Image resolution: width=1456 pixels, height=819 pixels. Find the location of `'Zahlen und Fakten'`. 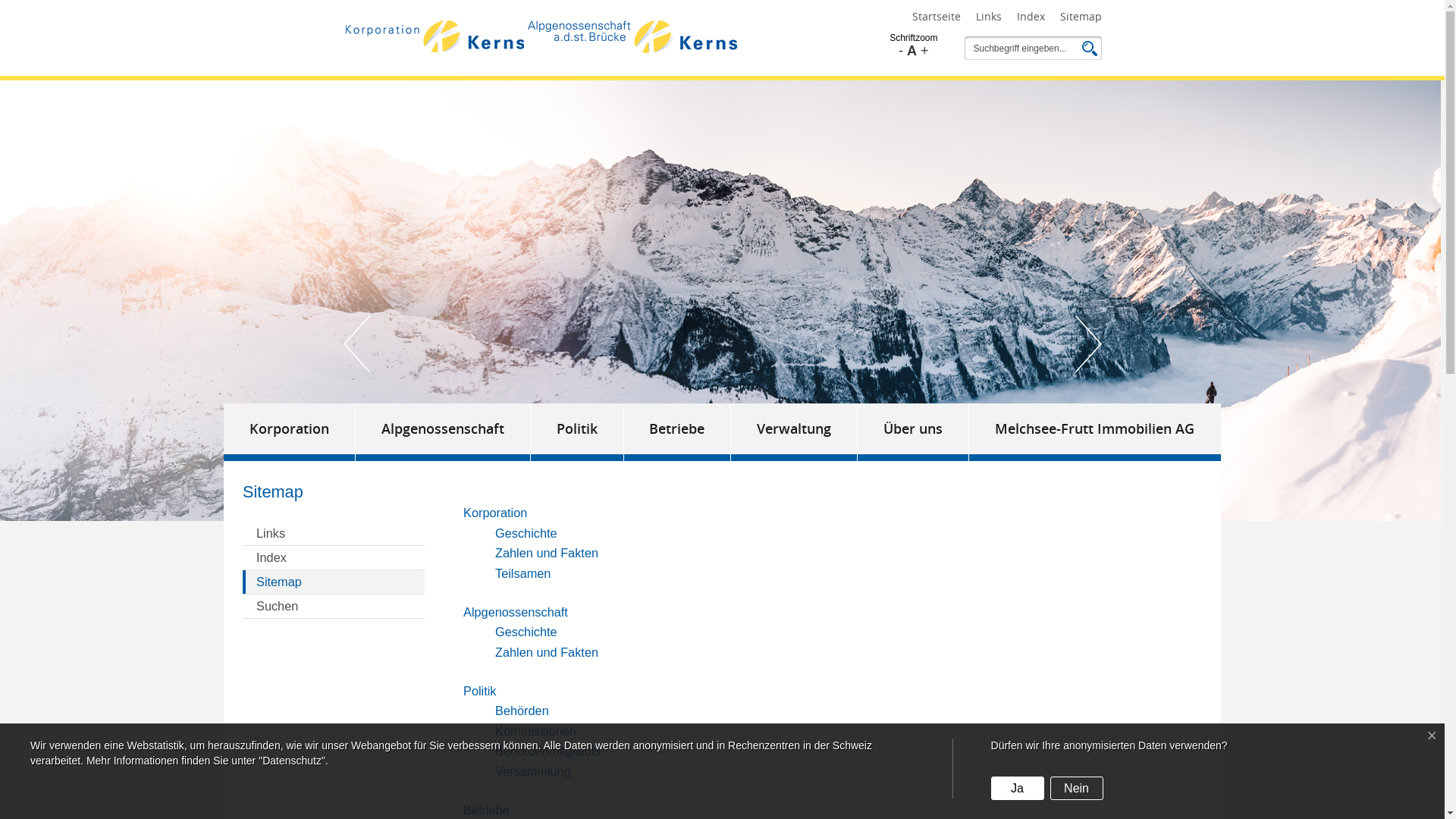

'Zahlen und Fakten' is located at coordinates (546, 553).